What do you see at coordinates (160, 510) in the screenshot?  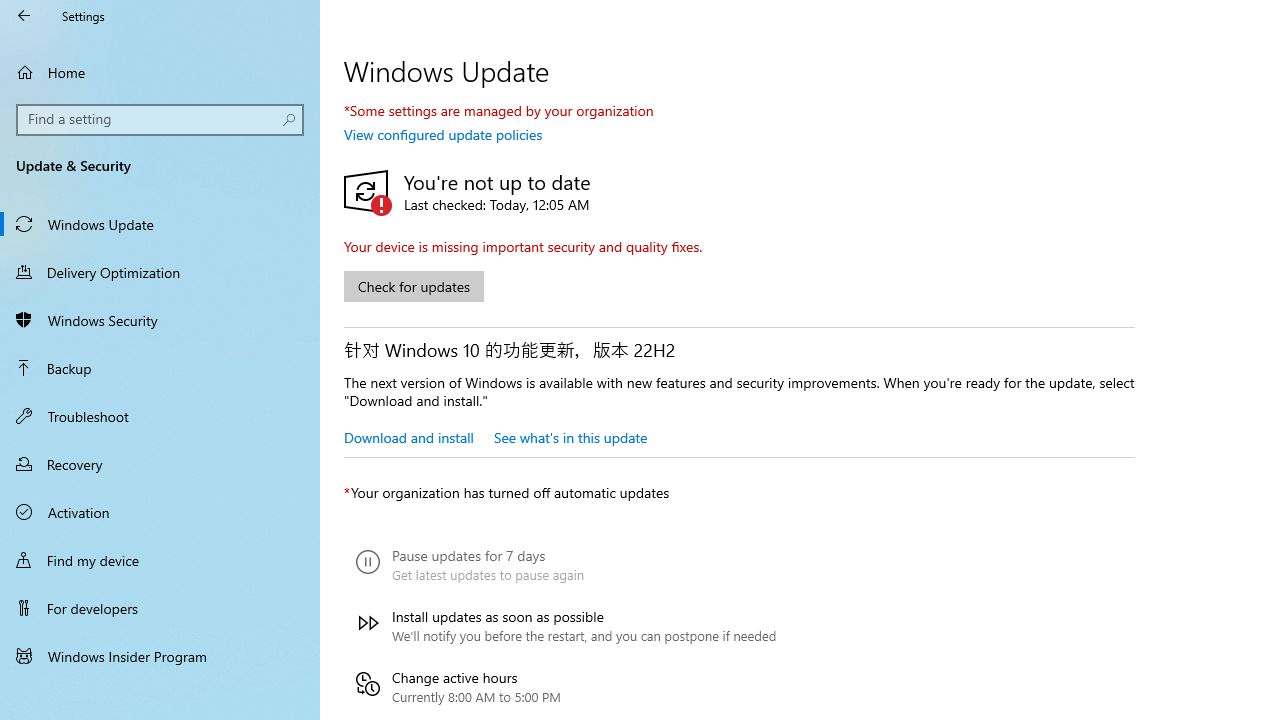 I see `'Activation'` at bounding box center [160, 510].